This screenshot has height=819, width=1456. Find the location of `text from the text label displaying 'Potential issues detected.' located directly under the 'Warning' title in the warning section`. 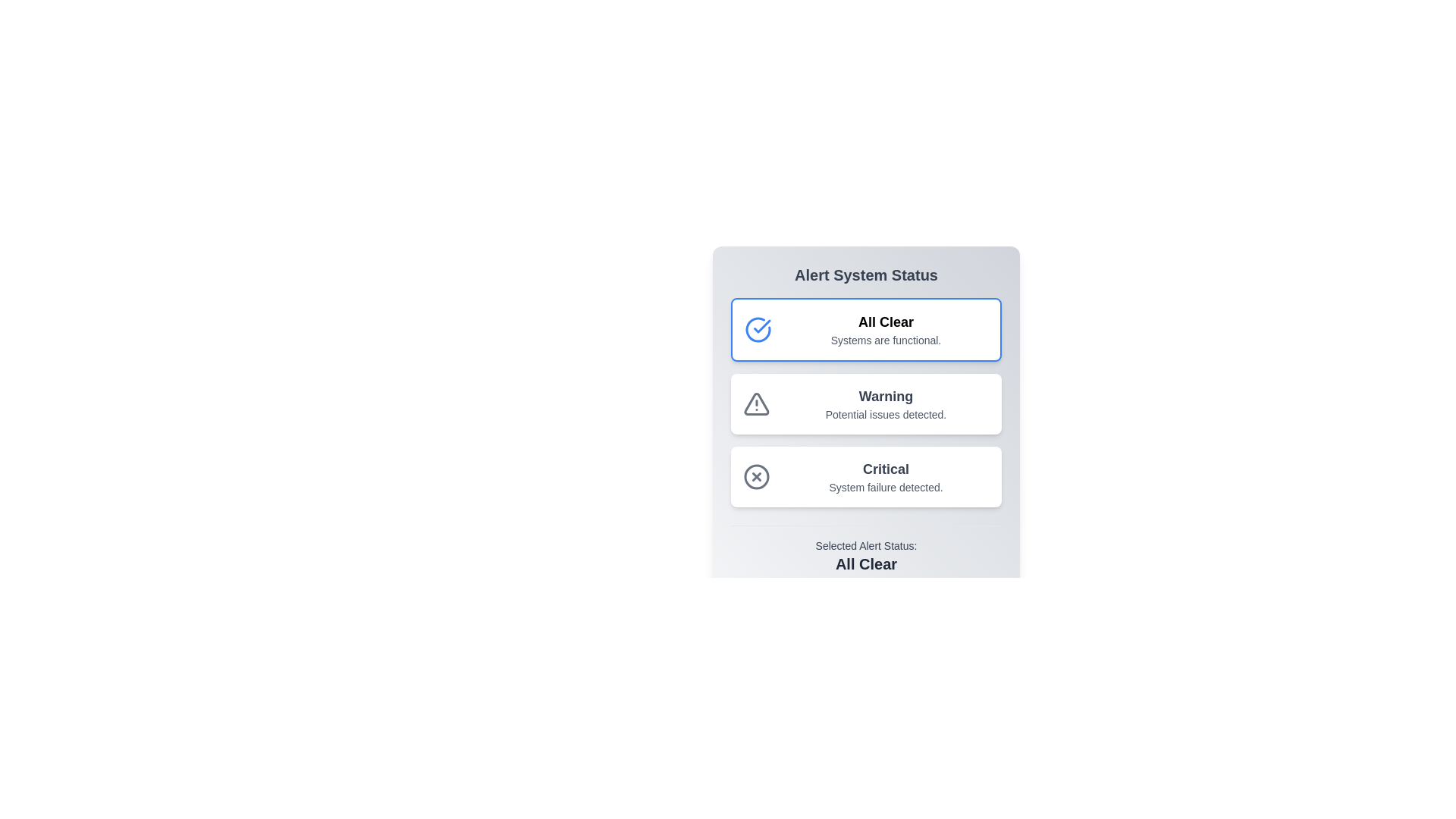

text from the text label displaying 'Potential issues detected.' located directly under the 'Warning' title in the warning section is located at coordinates (886, 415).